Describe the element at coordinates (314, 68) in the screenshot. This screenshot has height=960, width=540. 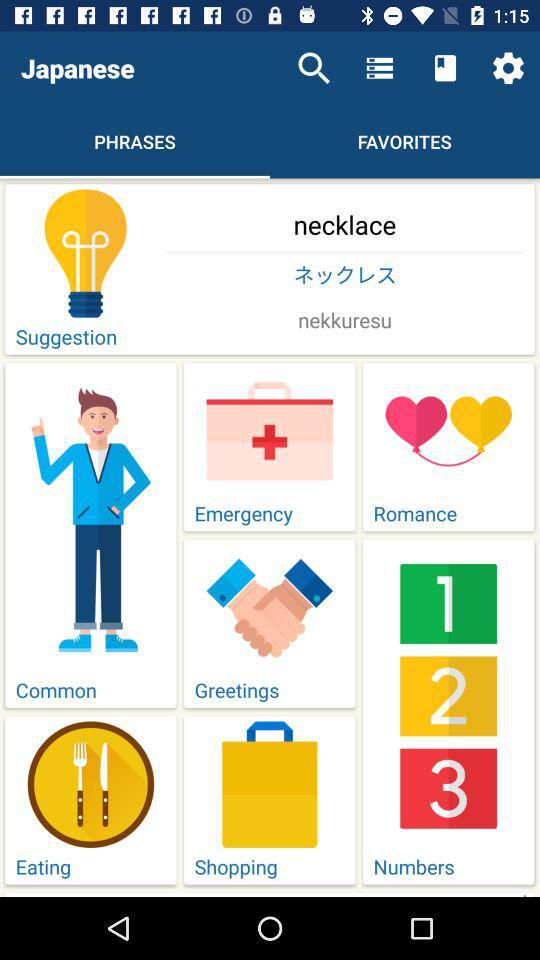
I see `the item to the right of the japanese item` at that location.